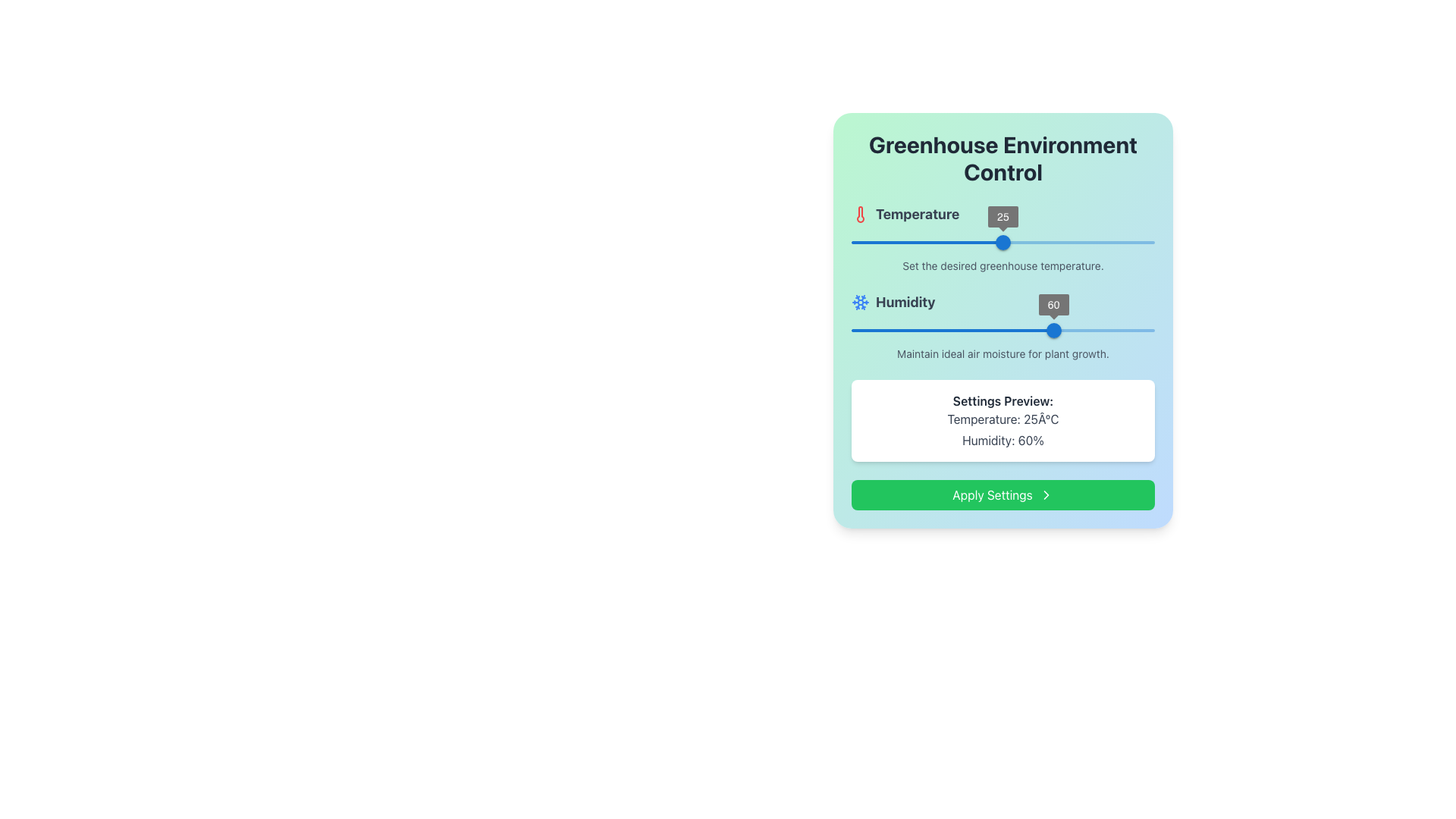 This screenshot has width=1456, height=819. I want to click on displayed value of the circular label showing '60' above the humidity slider in the second row of the Greenhouse Environment Control panel, so click(1053, 304).